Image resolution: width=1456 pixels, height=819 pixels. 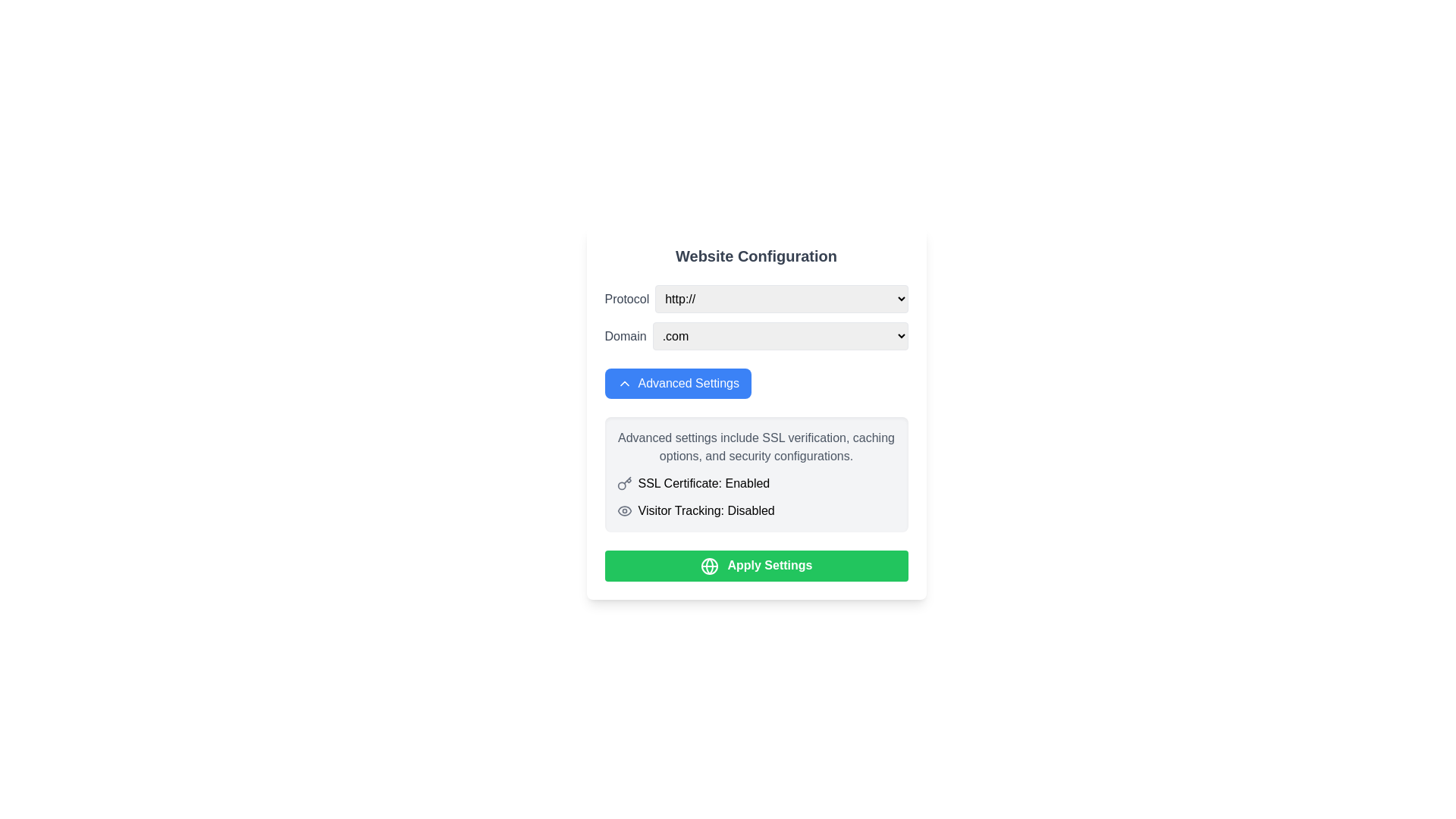 What do you see at coordinates (621, 485) in the screenshot?
I see `the circular handle part of the key icon, which is a small circular shape with a stroke outline located at the bottom-right corner of the key icon` at bounding box center [621, 485].